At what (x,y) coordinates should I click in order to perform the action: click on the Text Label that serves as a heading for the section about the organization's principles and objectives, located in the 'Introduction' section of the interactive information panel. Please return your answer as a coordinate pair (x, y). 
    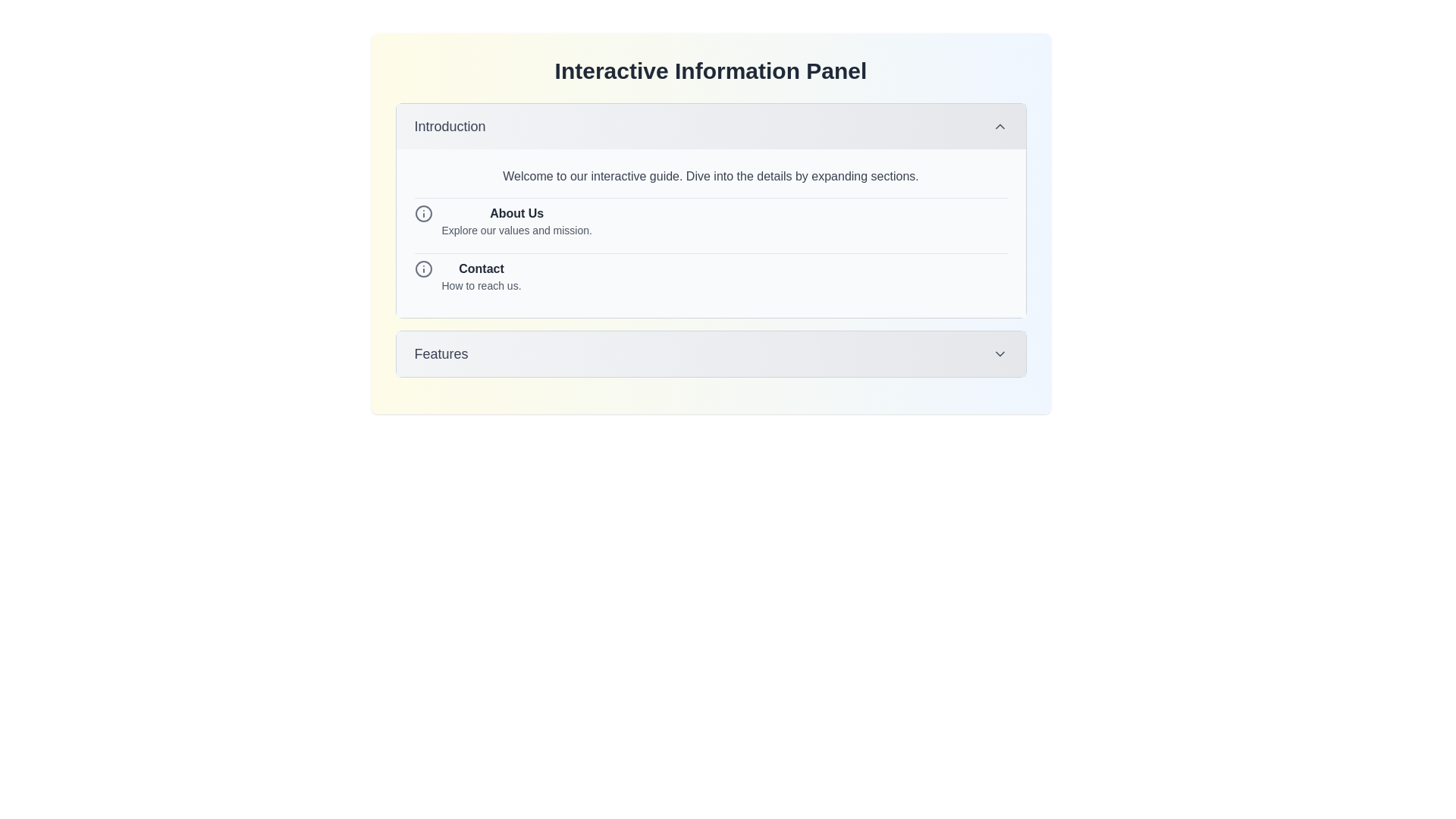
    Looking at the image, I should click on (516, 213).